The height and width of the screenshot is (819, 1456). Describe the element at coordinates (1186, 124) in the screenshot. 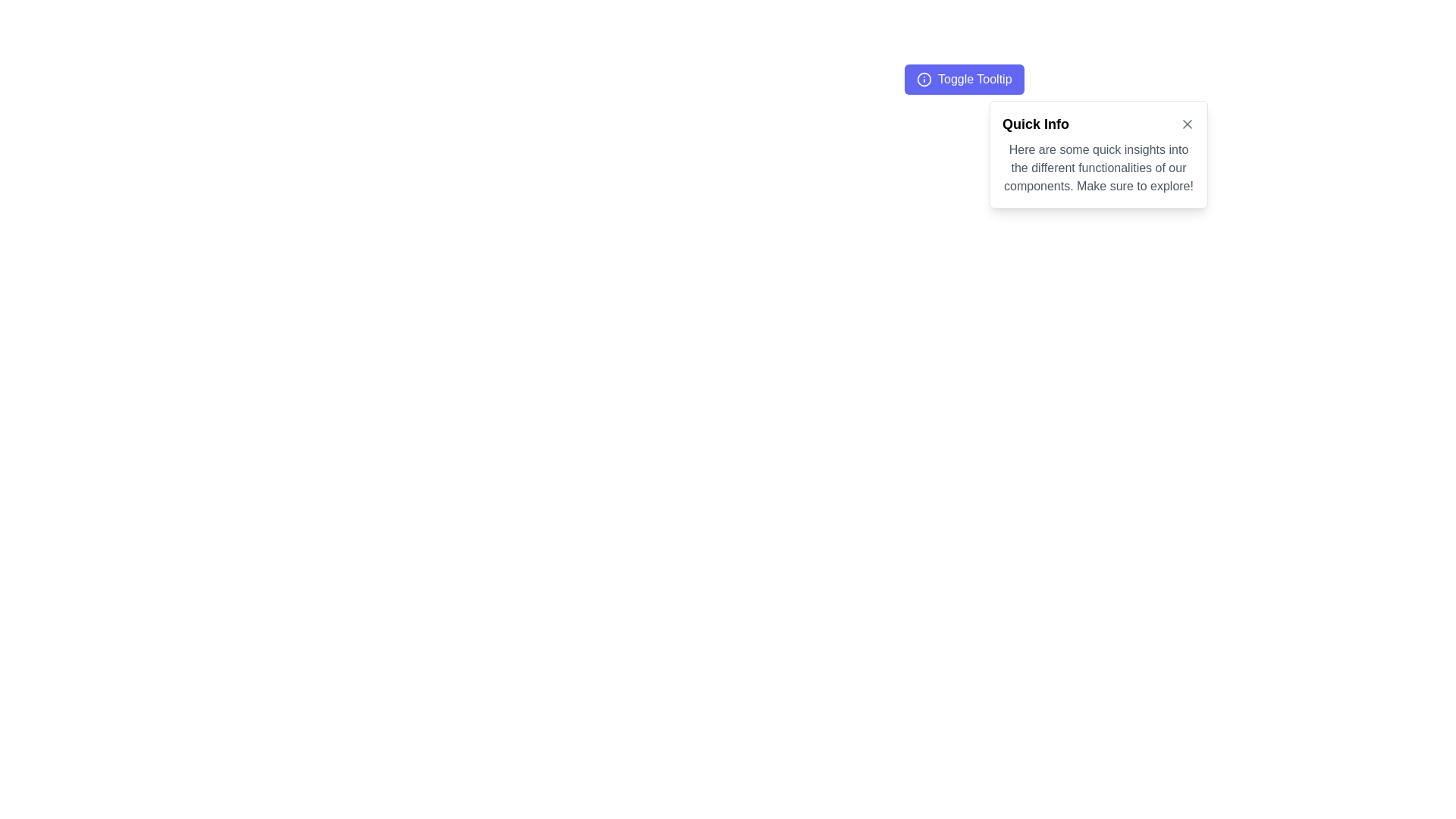

I see `the close button icon located in the top right corner of the 'Quick Info' panel` at that location.